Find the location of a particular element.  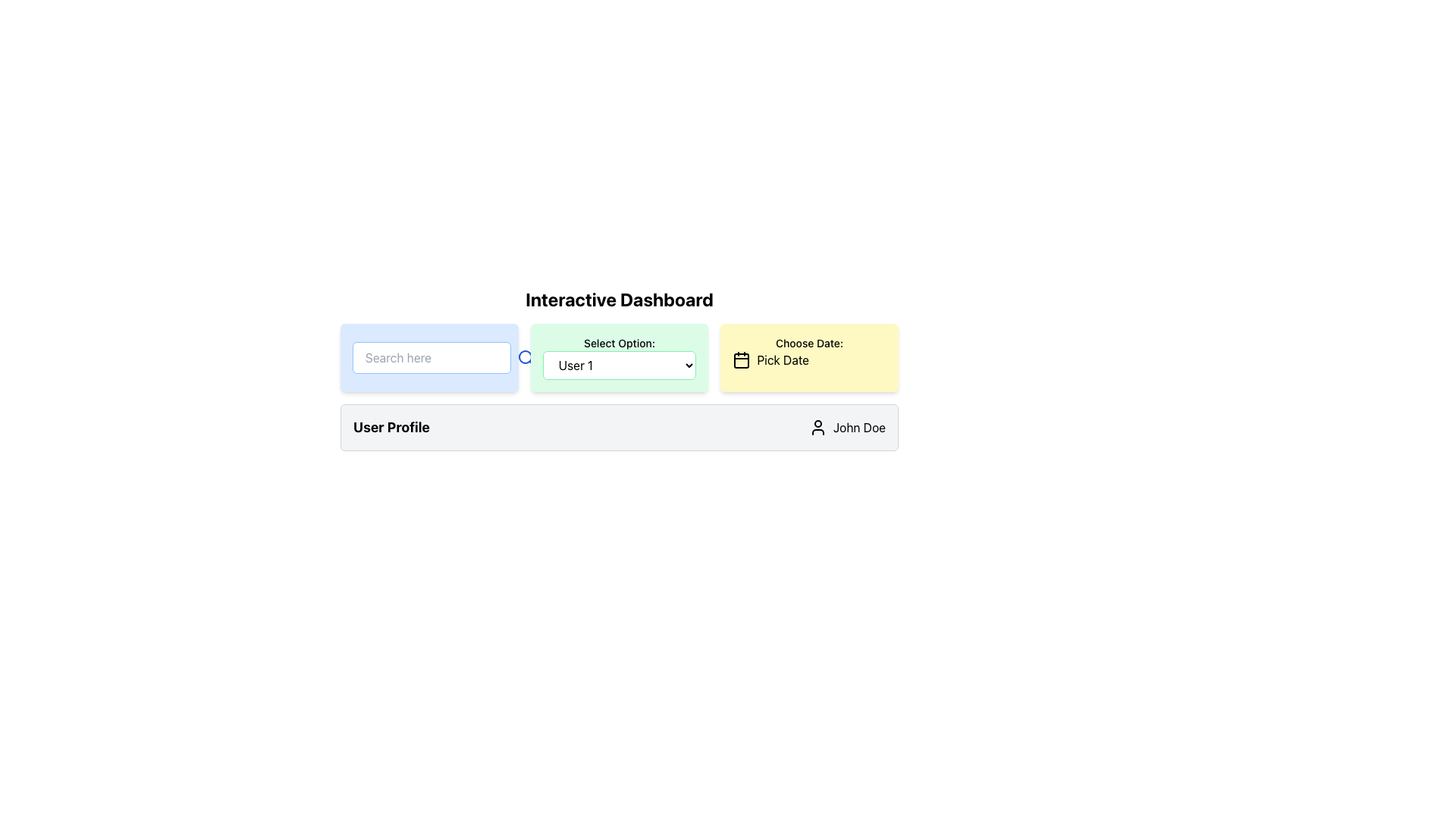

the blue-themed text input field labeled 'Search here' is located at coordinates (428, 357).